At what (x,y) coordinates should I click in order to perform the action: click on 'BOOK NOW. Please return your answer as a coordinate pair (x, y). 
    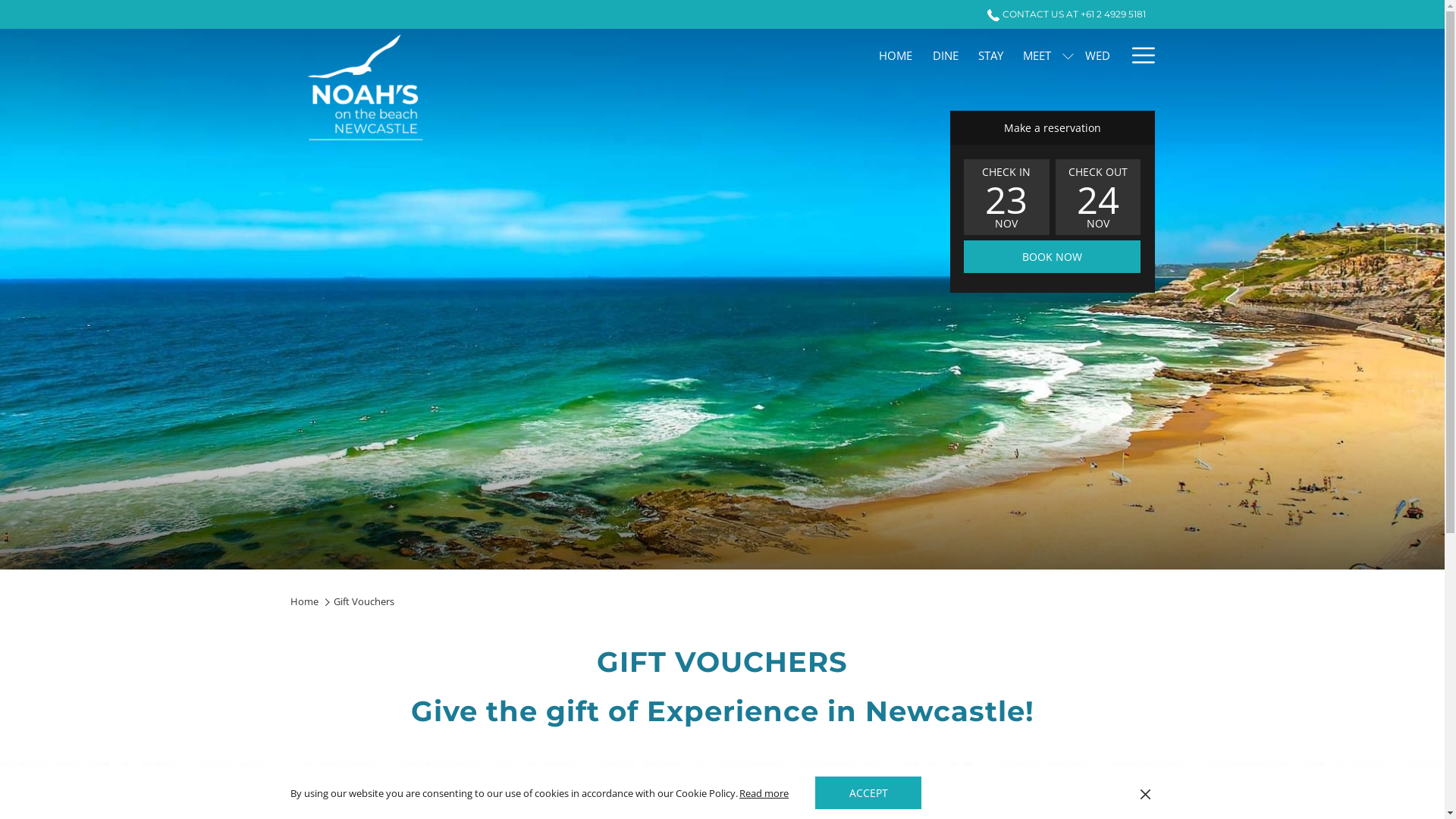
    Looking at the image, I should click on (1051, 256).